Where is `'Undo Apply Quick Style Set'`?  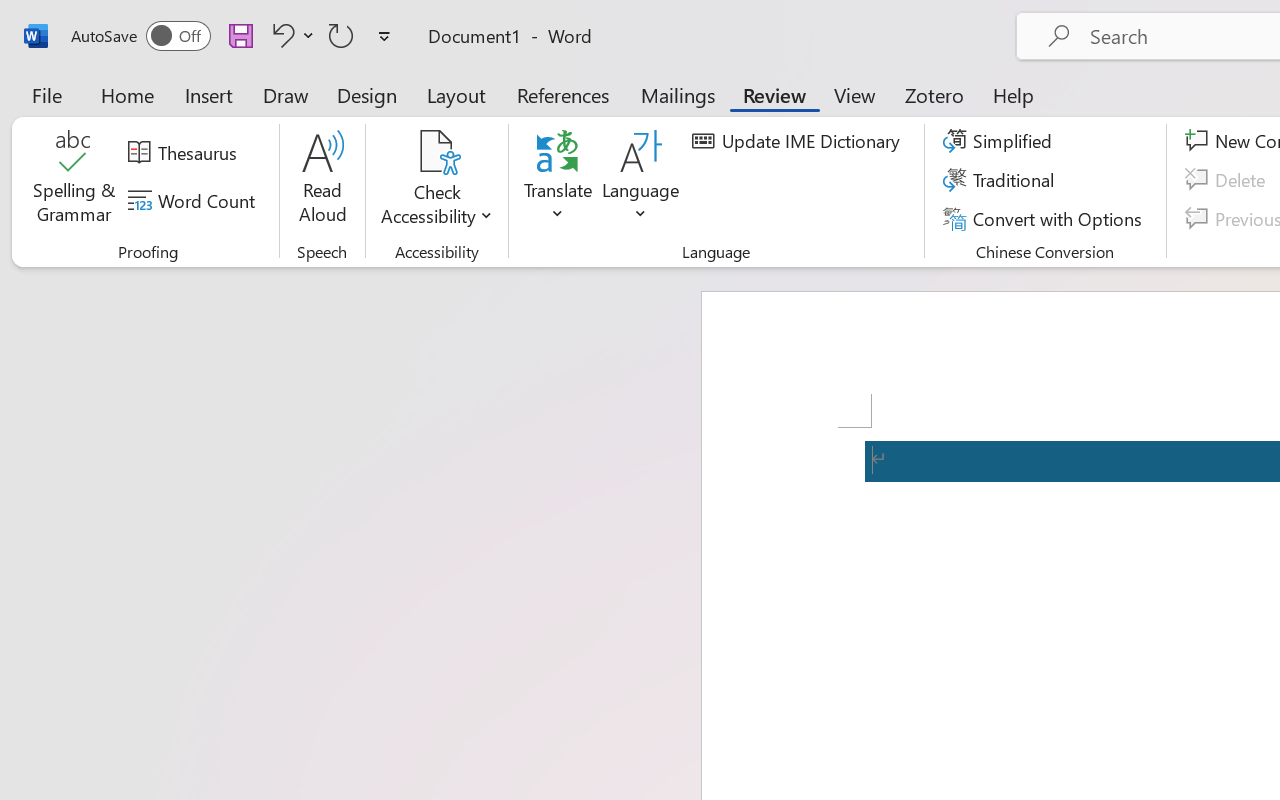
'Undo Apply Quick Style Set' is located at coordinates (289, 34).